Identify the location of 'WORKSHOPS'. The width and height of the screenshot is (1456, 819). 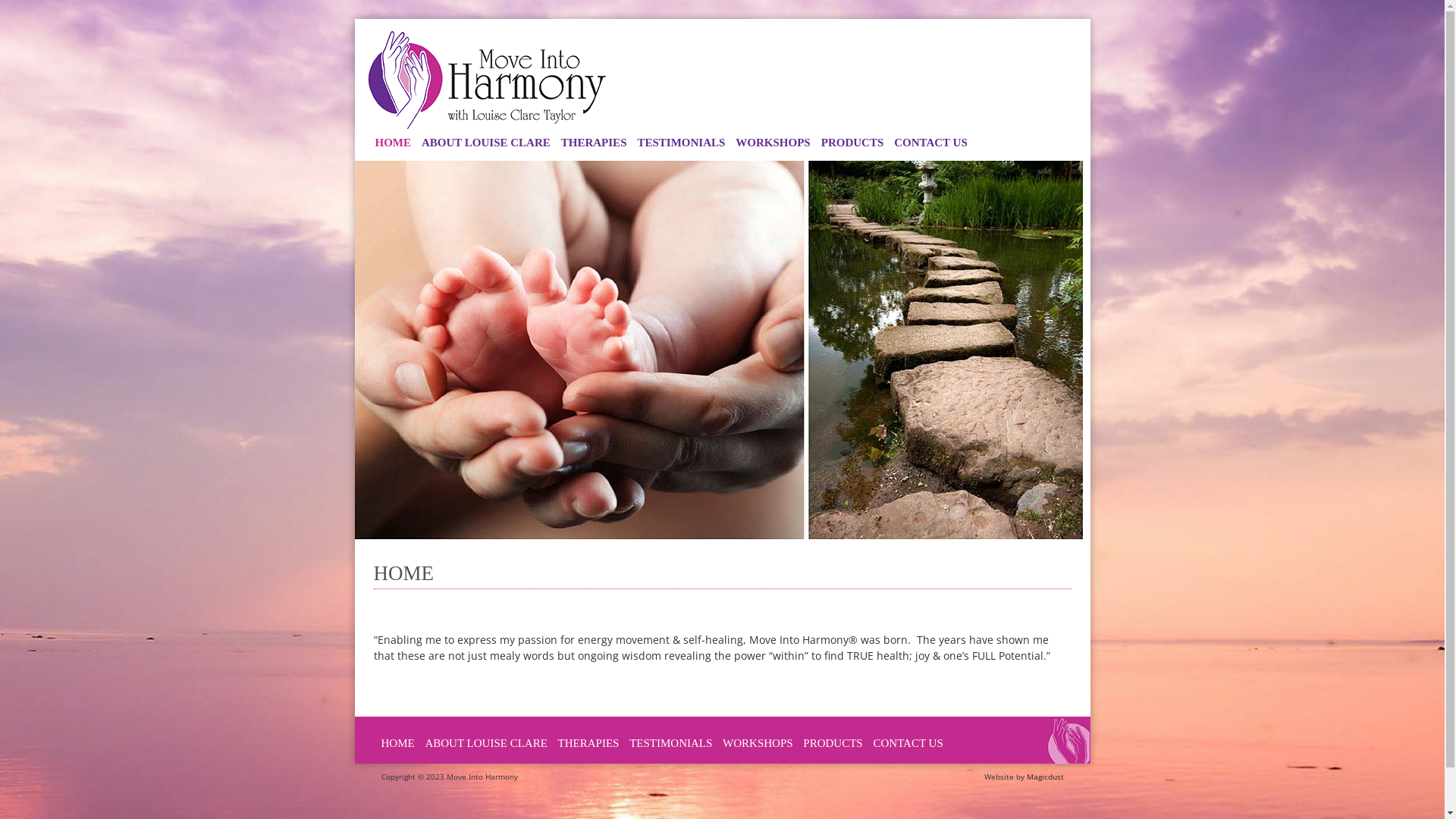
(730, 143).